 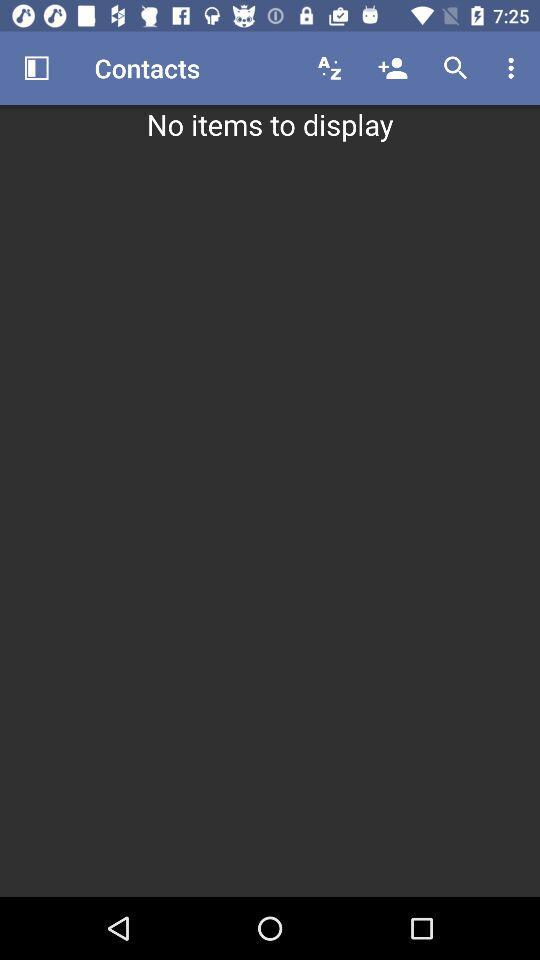 I want to click on the item above no items to item, so click(x=513, y=68).